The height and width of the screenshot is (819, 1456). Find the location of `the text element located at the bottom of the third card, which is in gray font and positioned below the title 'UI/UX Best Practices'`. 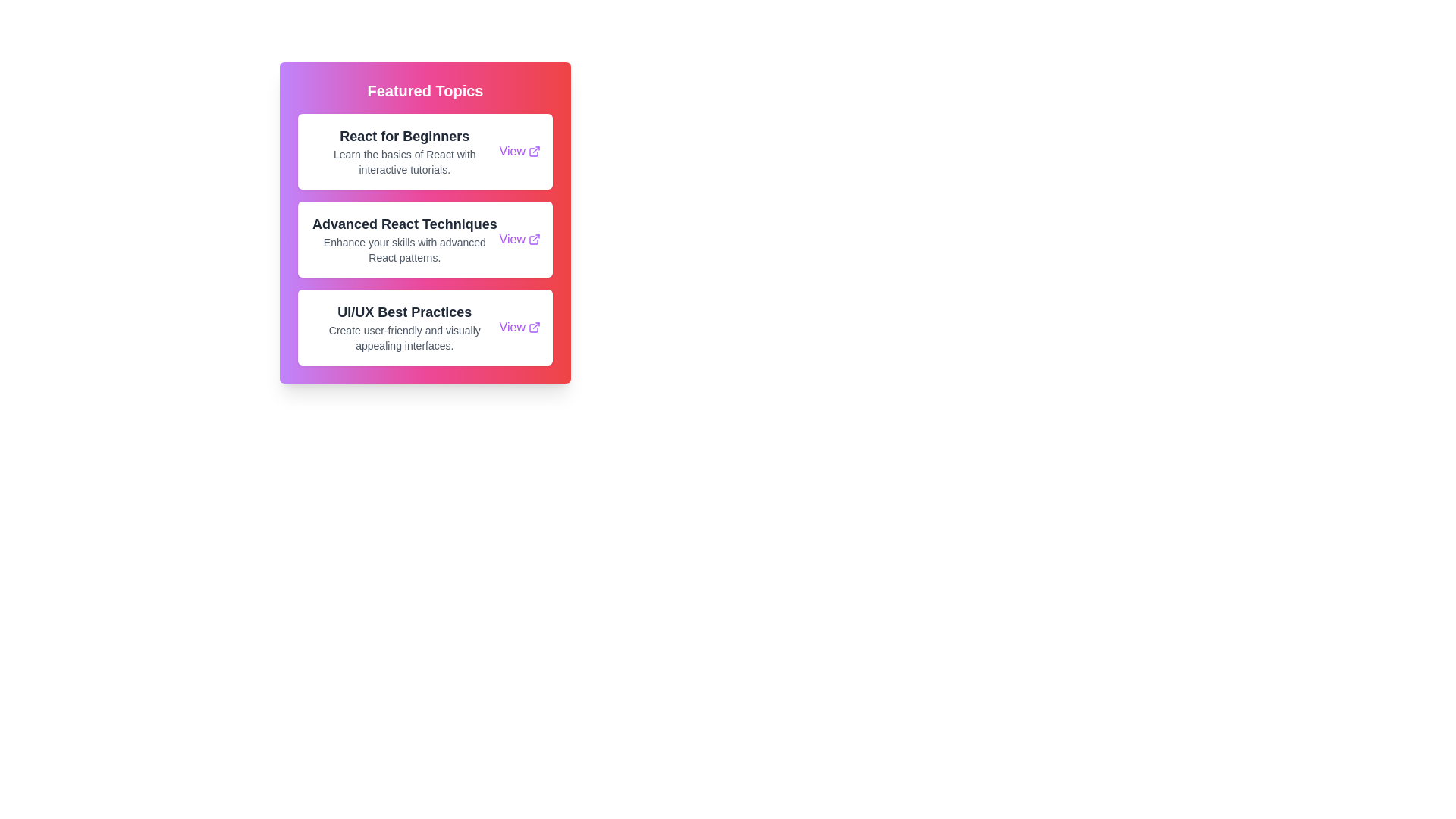

the text element located at the bottom of the third card, which is in gray font and positioned below the title 'UI/UX Best Practices' is located at coordinates (404, 337).